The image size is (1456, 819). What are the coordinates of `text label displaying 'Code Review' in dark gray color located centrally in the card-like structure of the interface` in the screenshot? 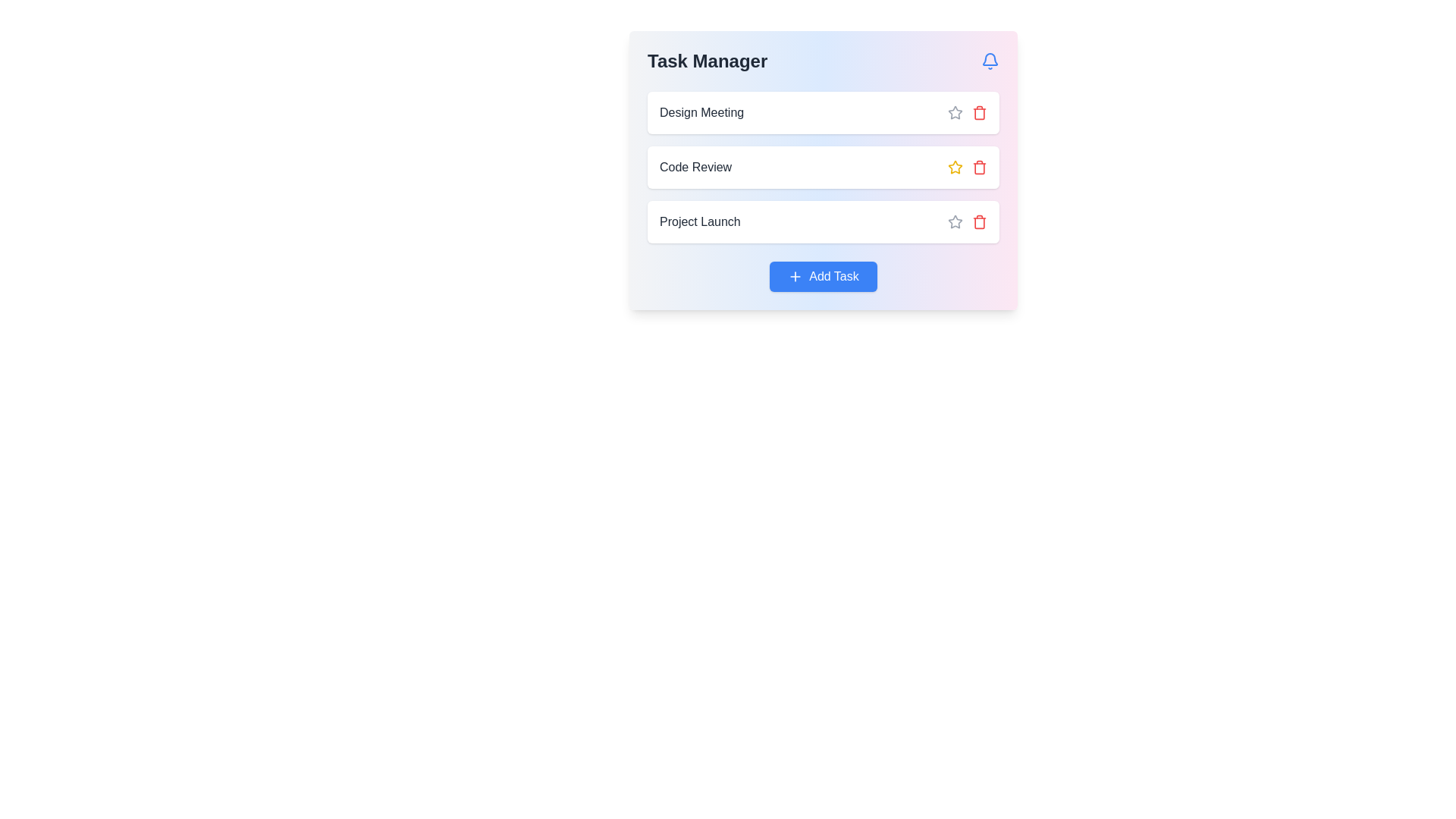 It's located at (695, 167).